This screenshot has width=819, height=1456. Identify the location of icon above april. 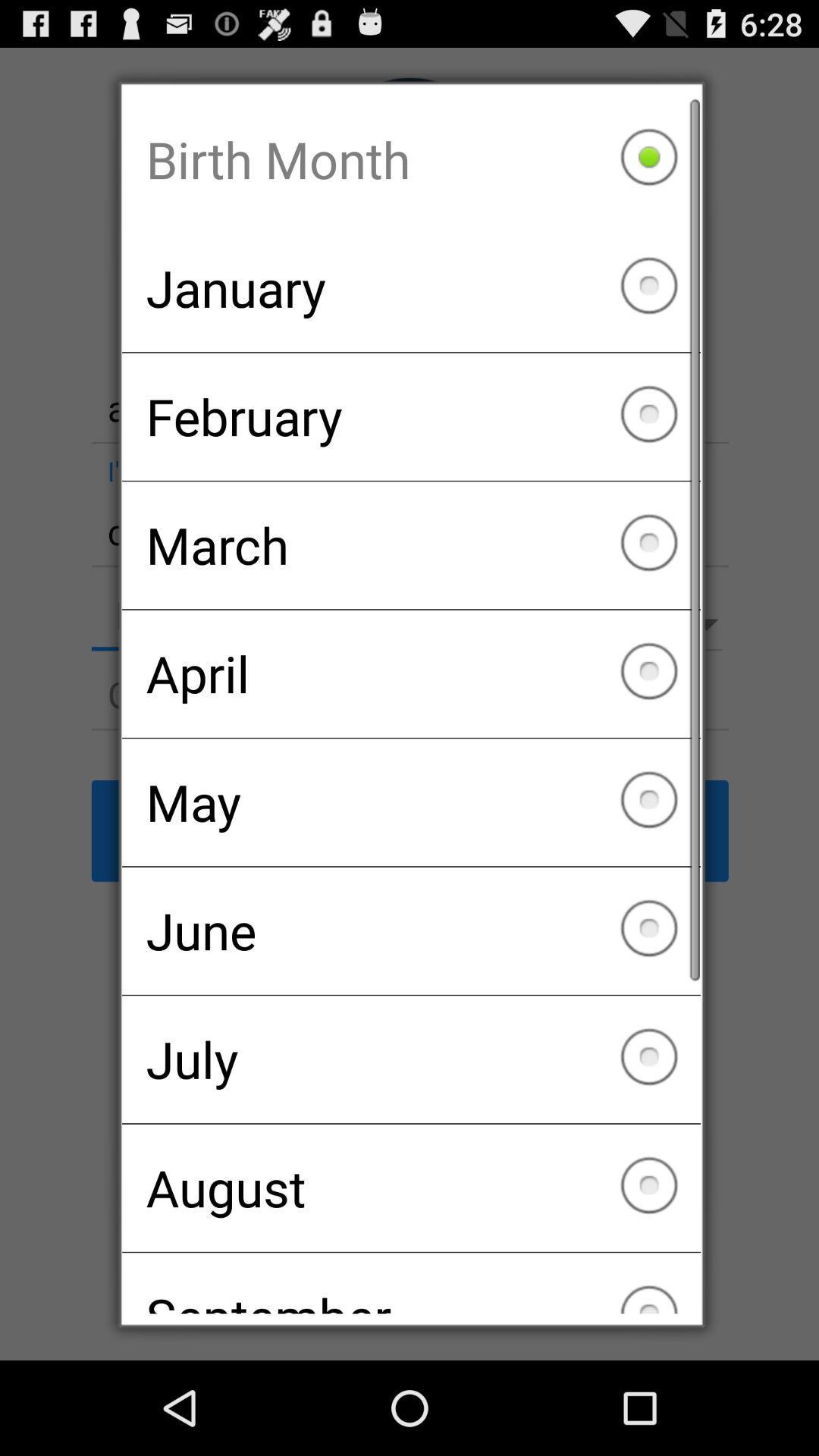
(411, 545).